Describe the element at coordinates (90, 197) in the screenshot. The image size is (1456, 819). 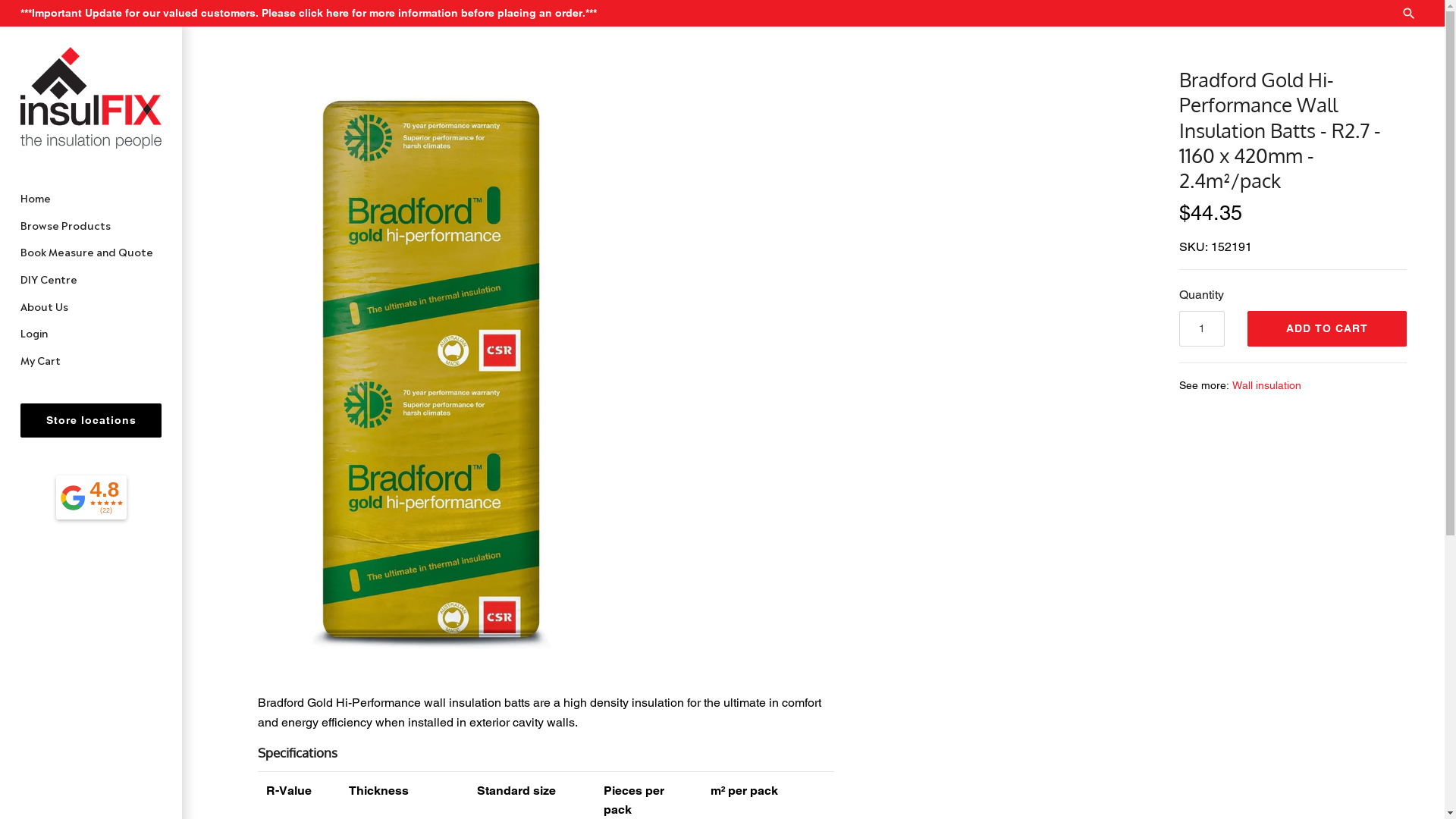
I see `'Home'` at that location.